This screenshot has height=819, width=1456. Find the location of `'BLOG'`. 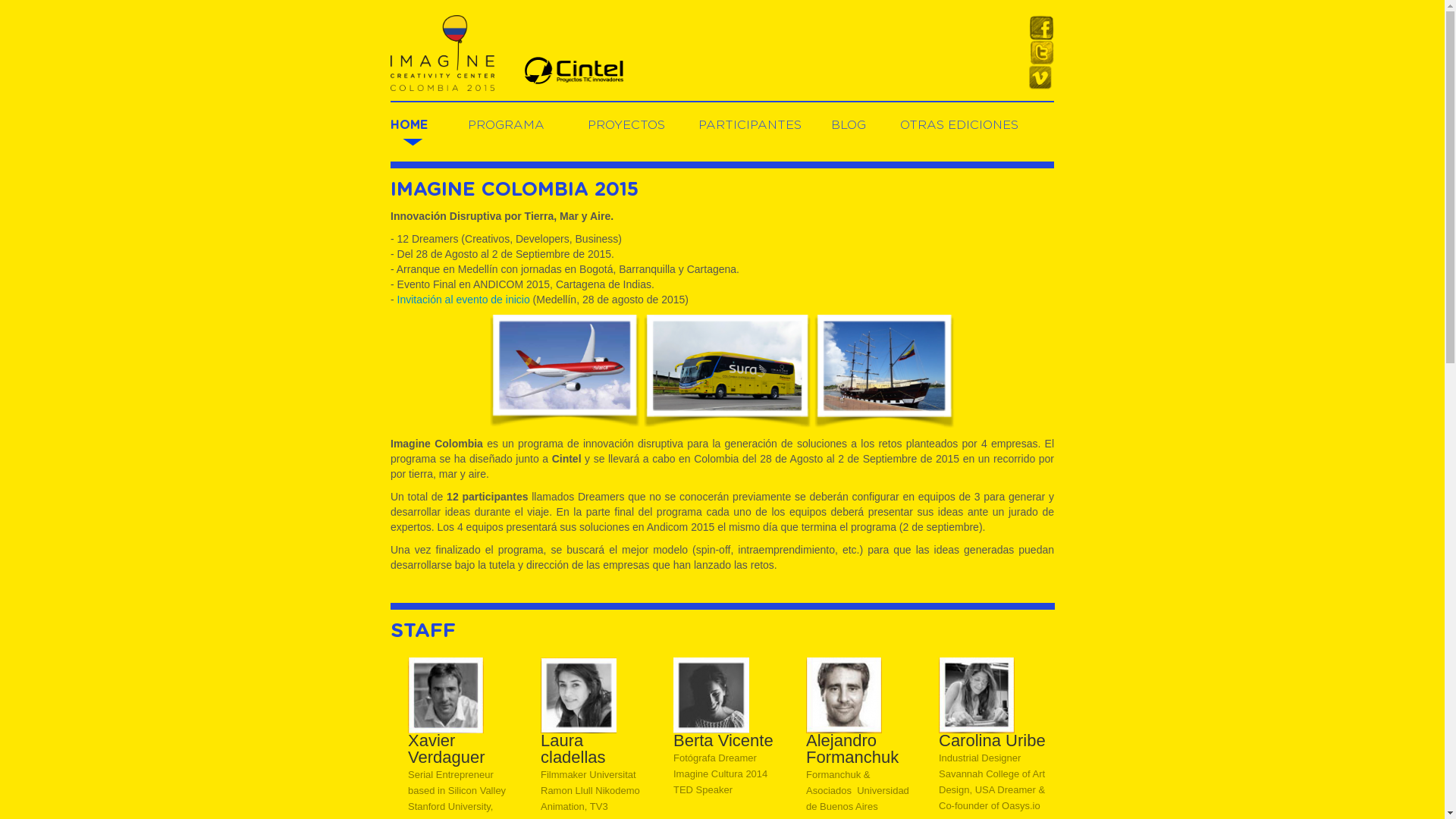

'BLOG' is located at coordinates (847, 124).